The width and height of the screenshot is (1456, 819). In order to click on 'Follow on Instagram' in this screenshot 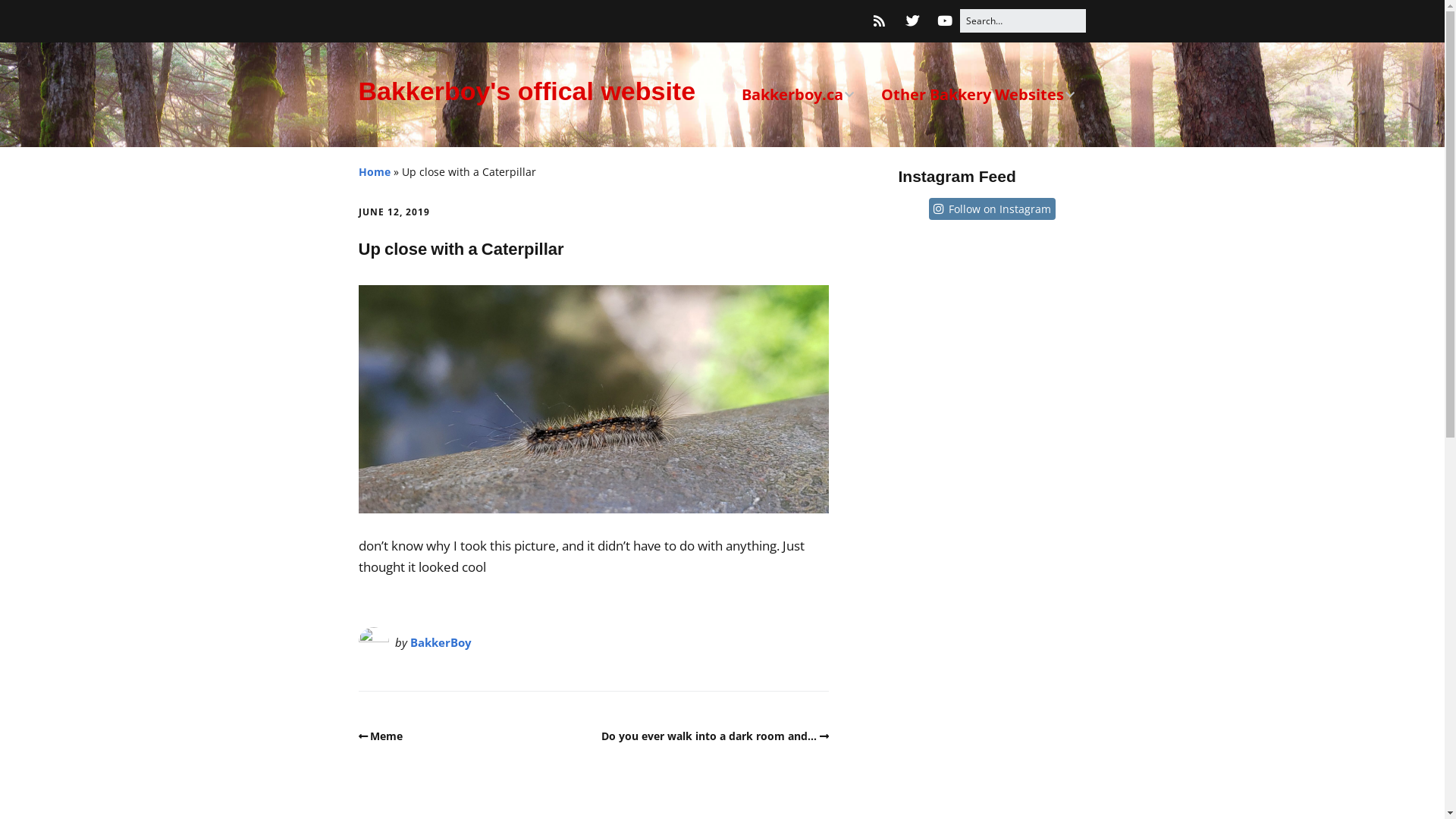, I will do `click(999, 209)`.